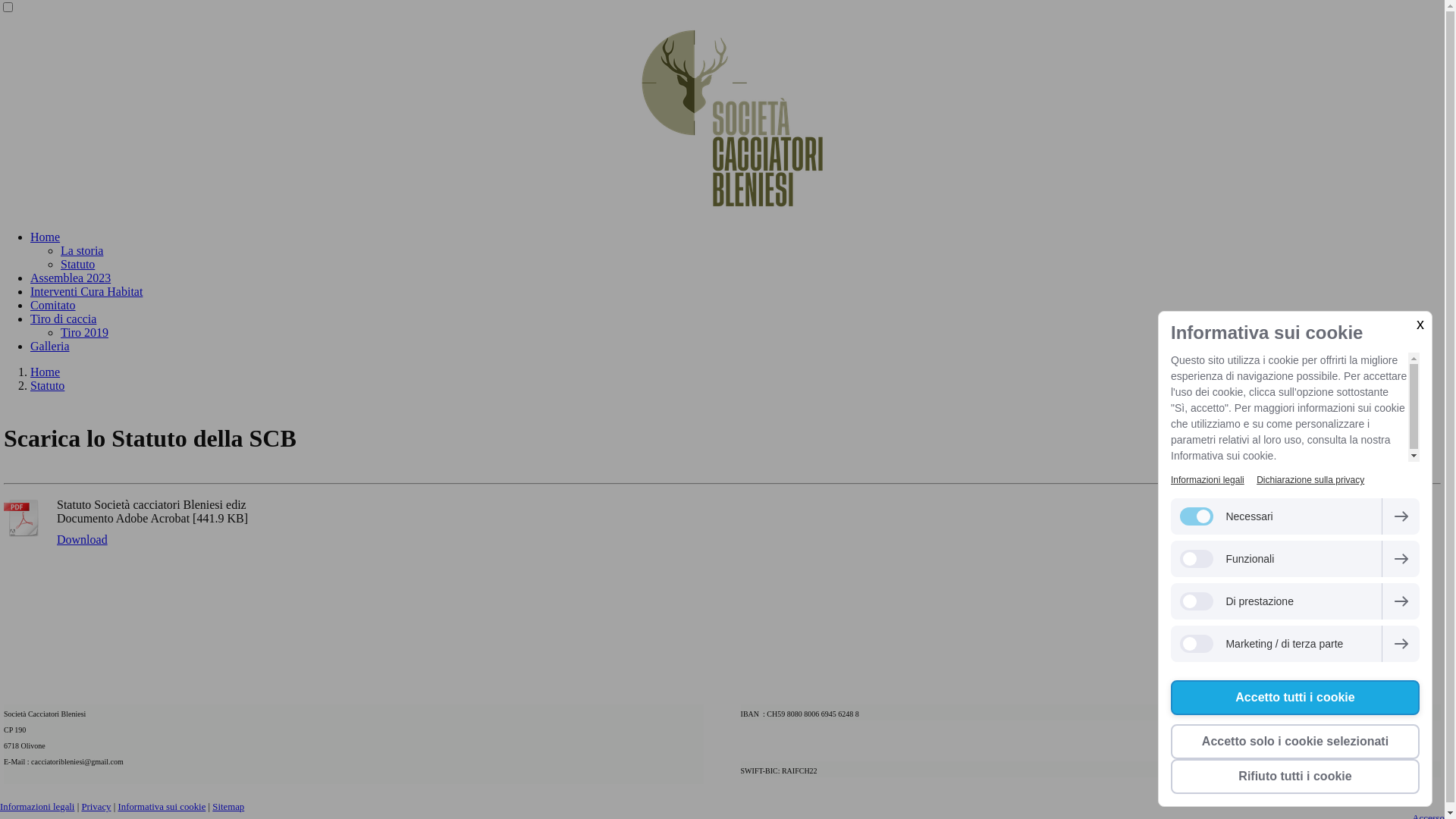 This screenshot has width=1456, height=819. What do you see at coordinates (81, 539) in the screenshot?
I see `'Download'` at bounding box center [81, 539].